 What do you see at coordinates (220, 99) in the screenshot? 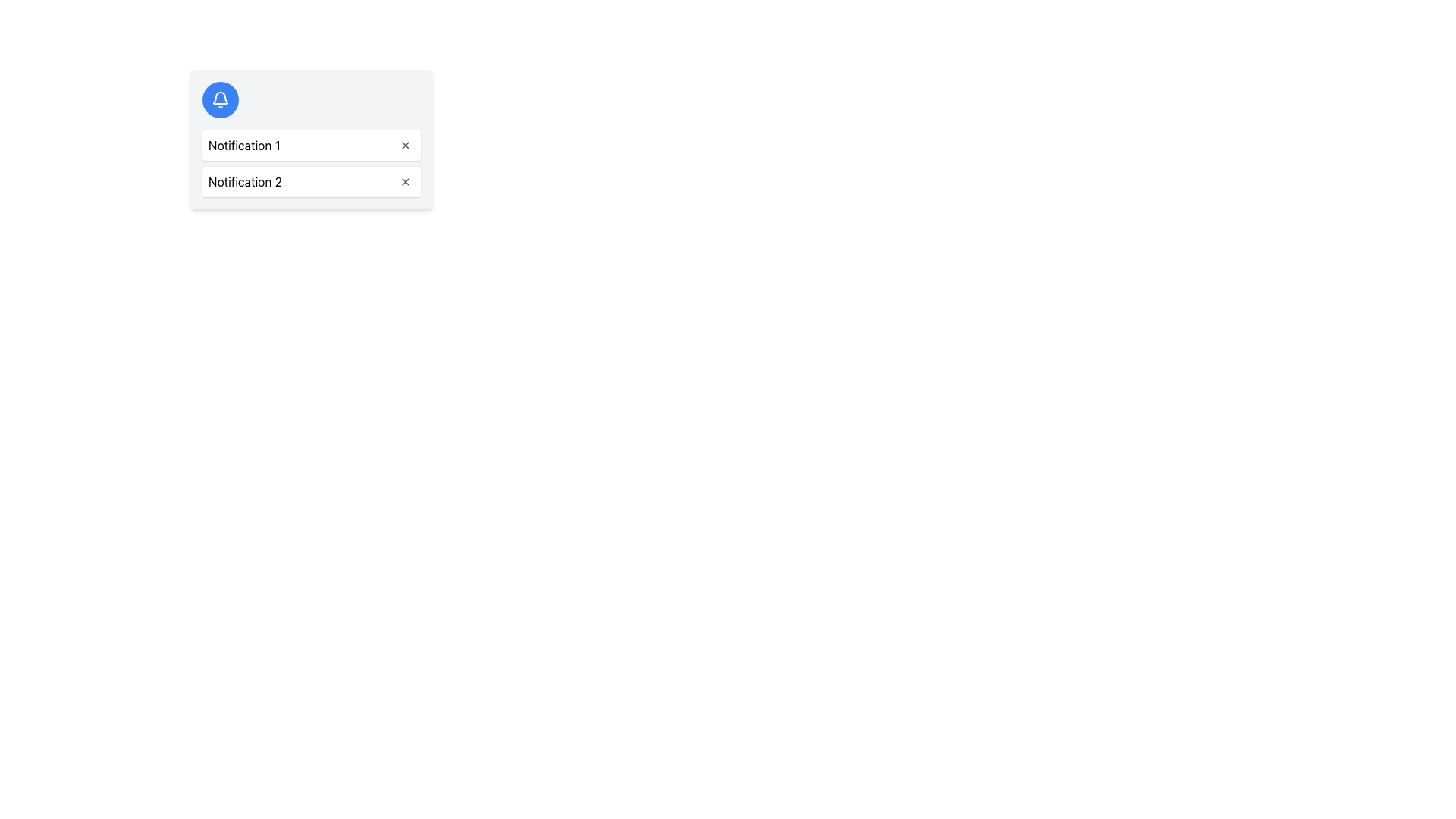
I see `the modern bell icon located at the top-left region of the interface, which is part of a clickable circular button, above the notifications labeled 'Notification 1' and 'Notification 2'` at bounding box center [220, 99].